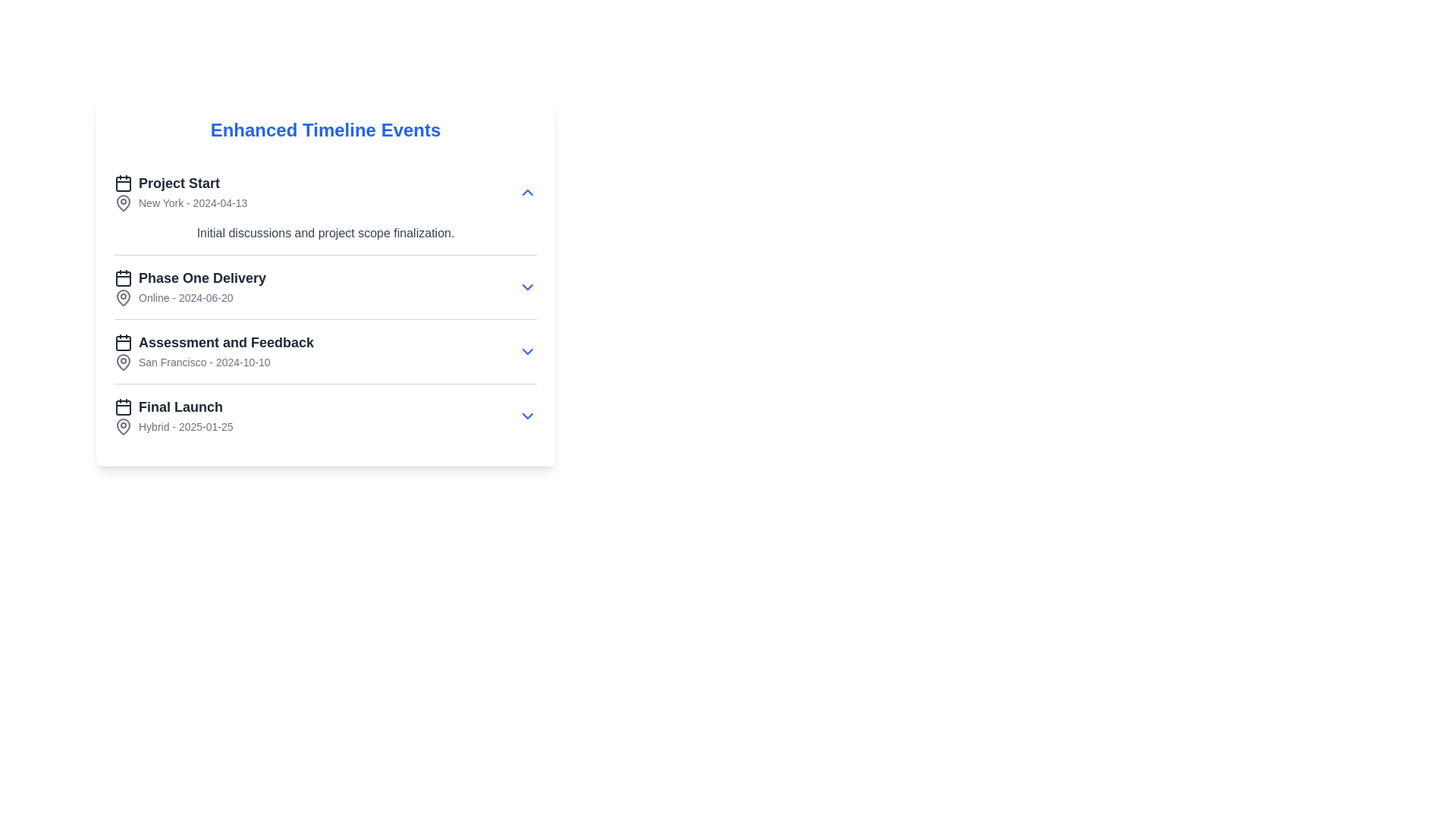 The width and height of the screenshot is (1456, 819). Describe the element at coordinates (325, 234) in the screenshot. I see `the Text Label that provides context related to the 'Project Start' timeline event, located directly under the heading 'Project Start'` at that location.